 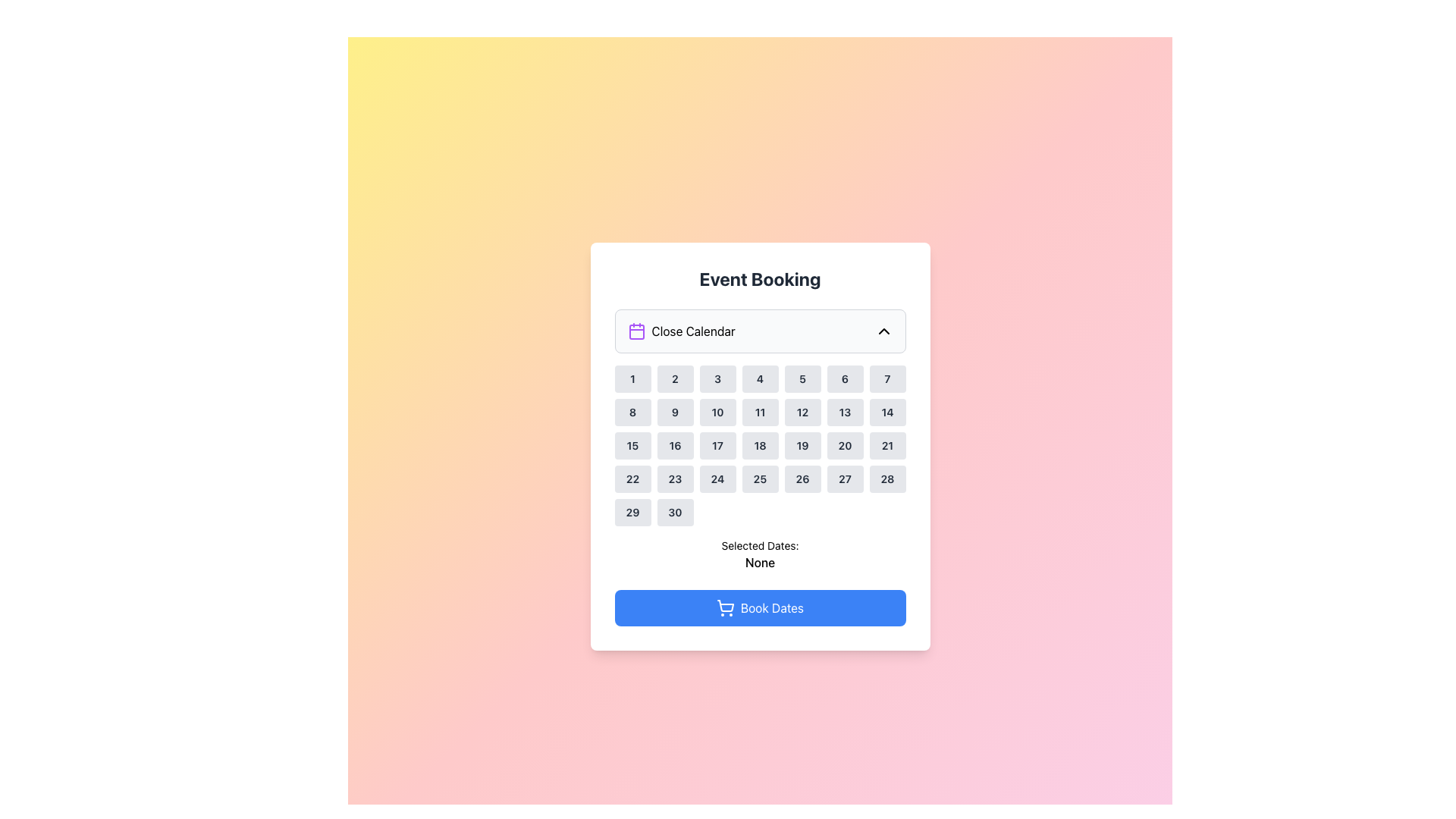 What do you see at coordinates (692, 330) in the screenshot?
I see `the text label that indicates the current mode or state of the calendar, specifically the 'Close Calendar' label located near the top-center of the calendar interface` at bounding box center [692, 330].